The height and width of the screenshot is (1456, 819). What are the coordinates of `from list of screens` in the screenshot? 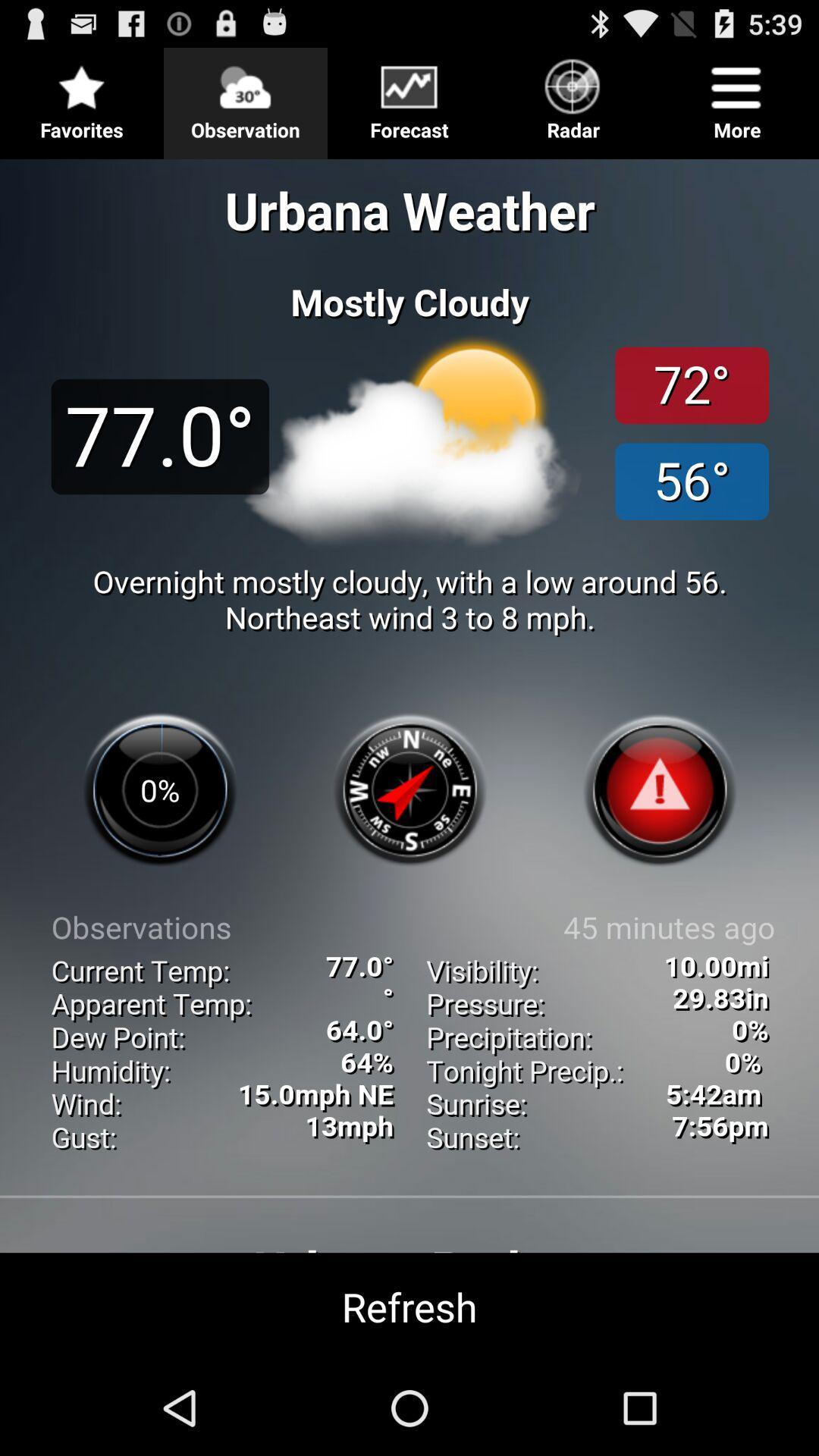 It's located at (409, 96).